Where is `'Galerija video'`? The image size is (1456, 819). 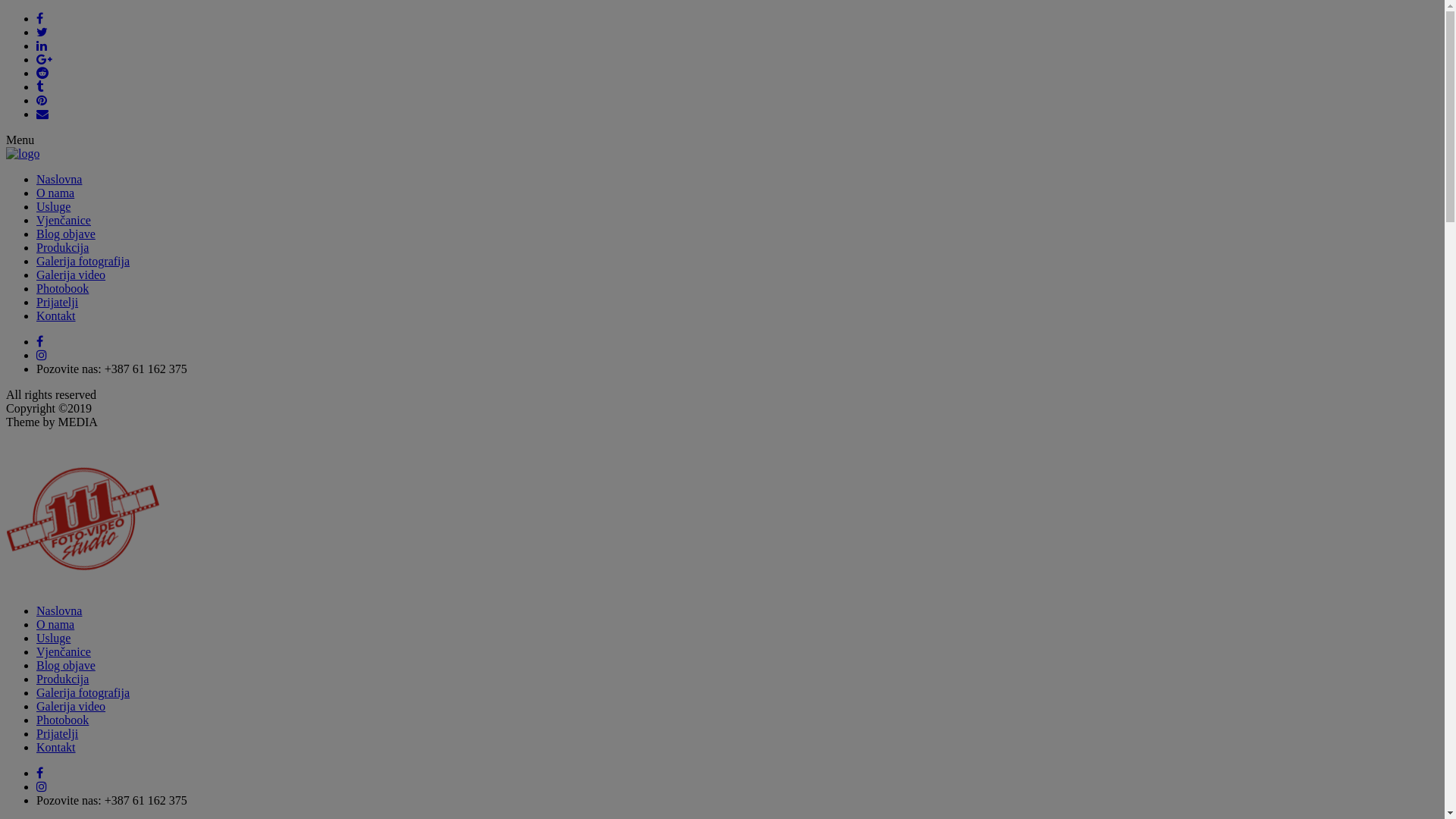
'Galerija video' is located at coordinates (70, 275).